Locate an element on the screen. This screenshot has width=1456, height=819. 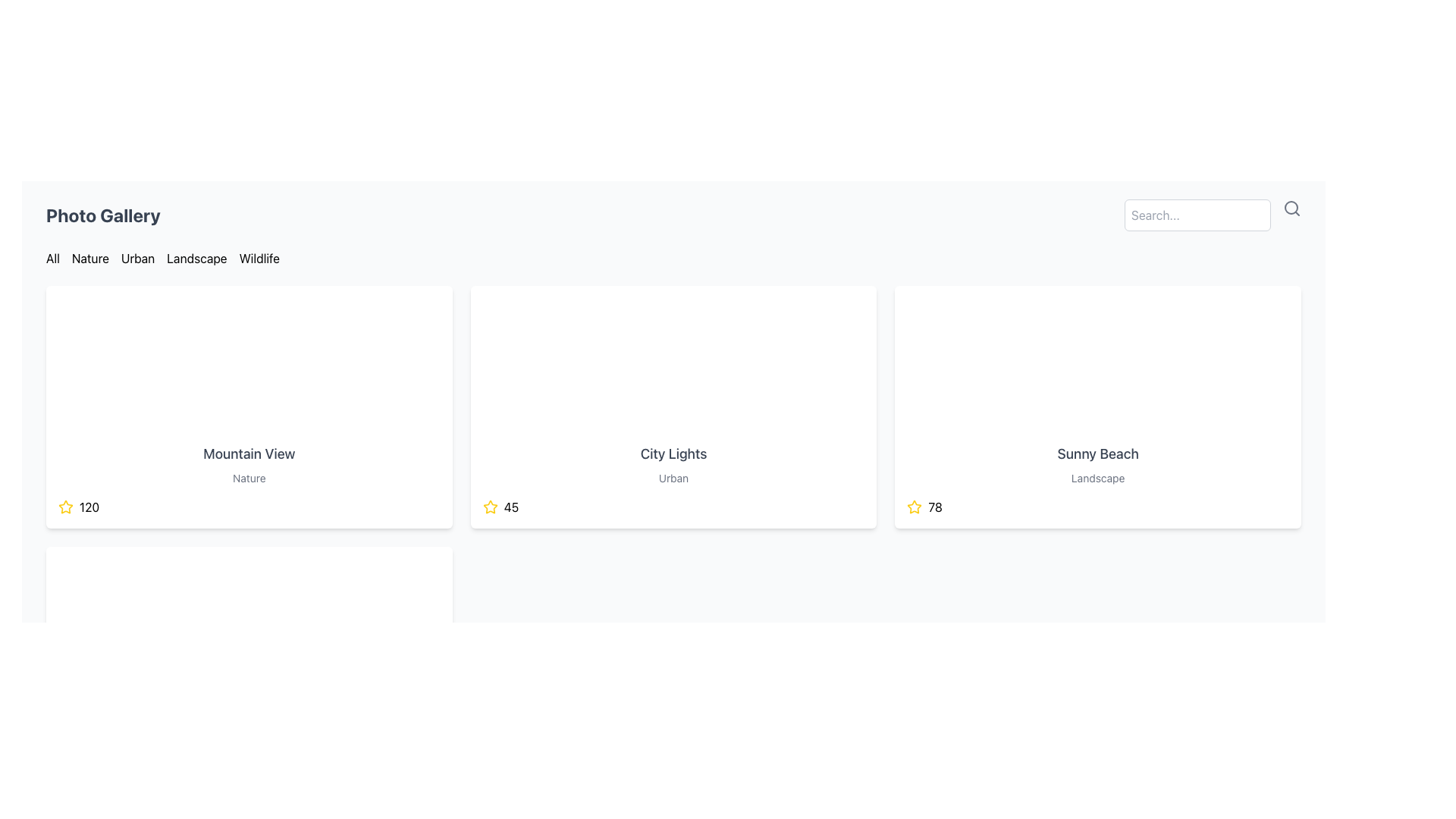
the 'Landscape' label is located at coordinates (196, 257).